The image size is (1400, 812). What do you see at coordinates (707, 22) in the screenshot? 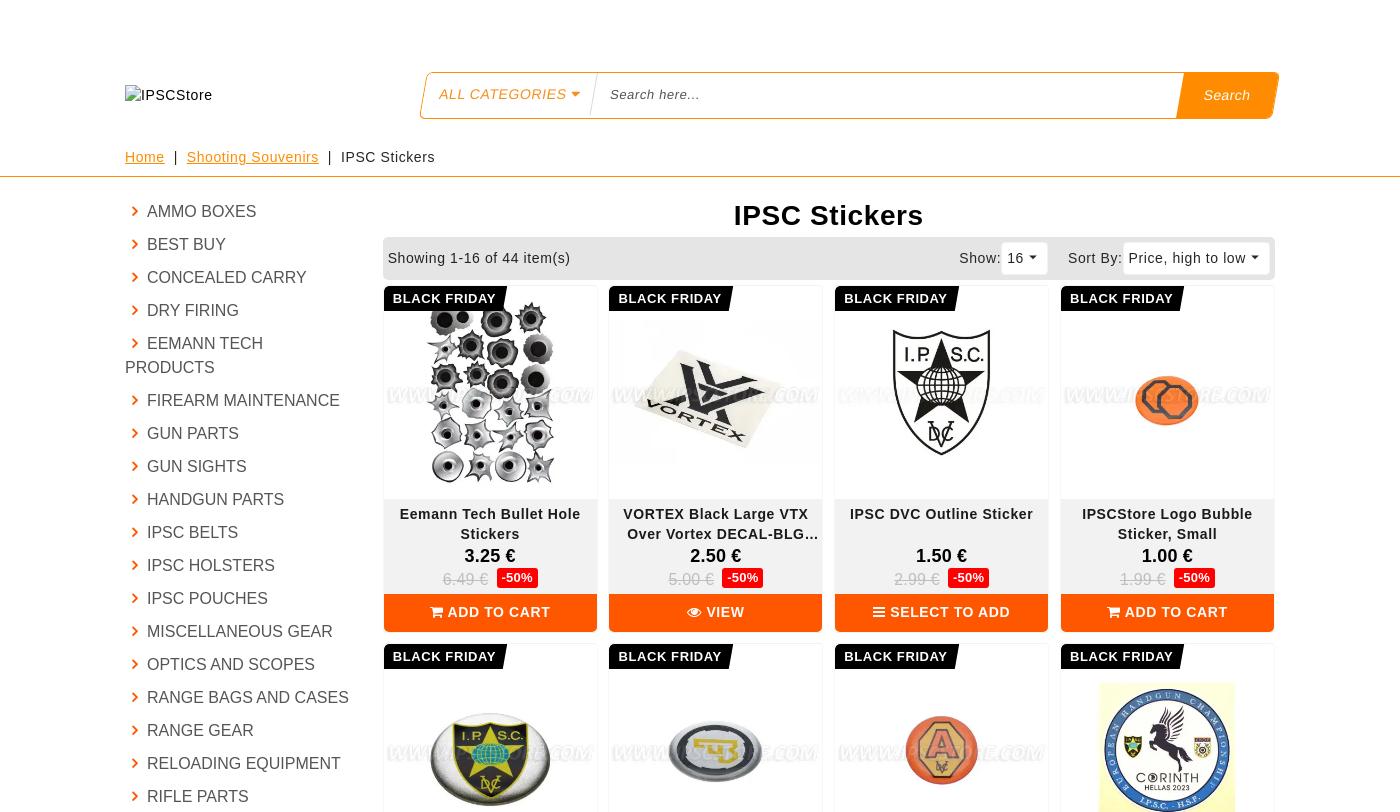
I see `'IPSC RULES AMENDMENTS'` at bounding box center [707, 22].